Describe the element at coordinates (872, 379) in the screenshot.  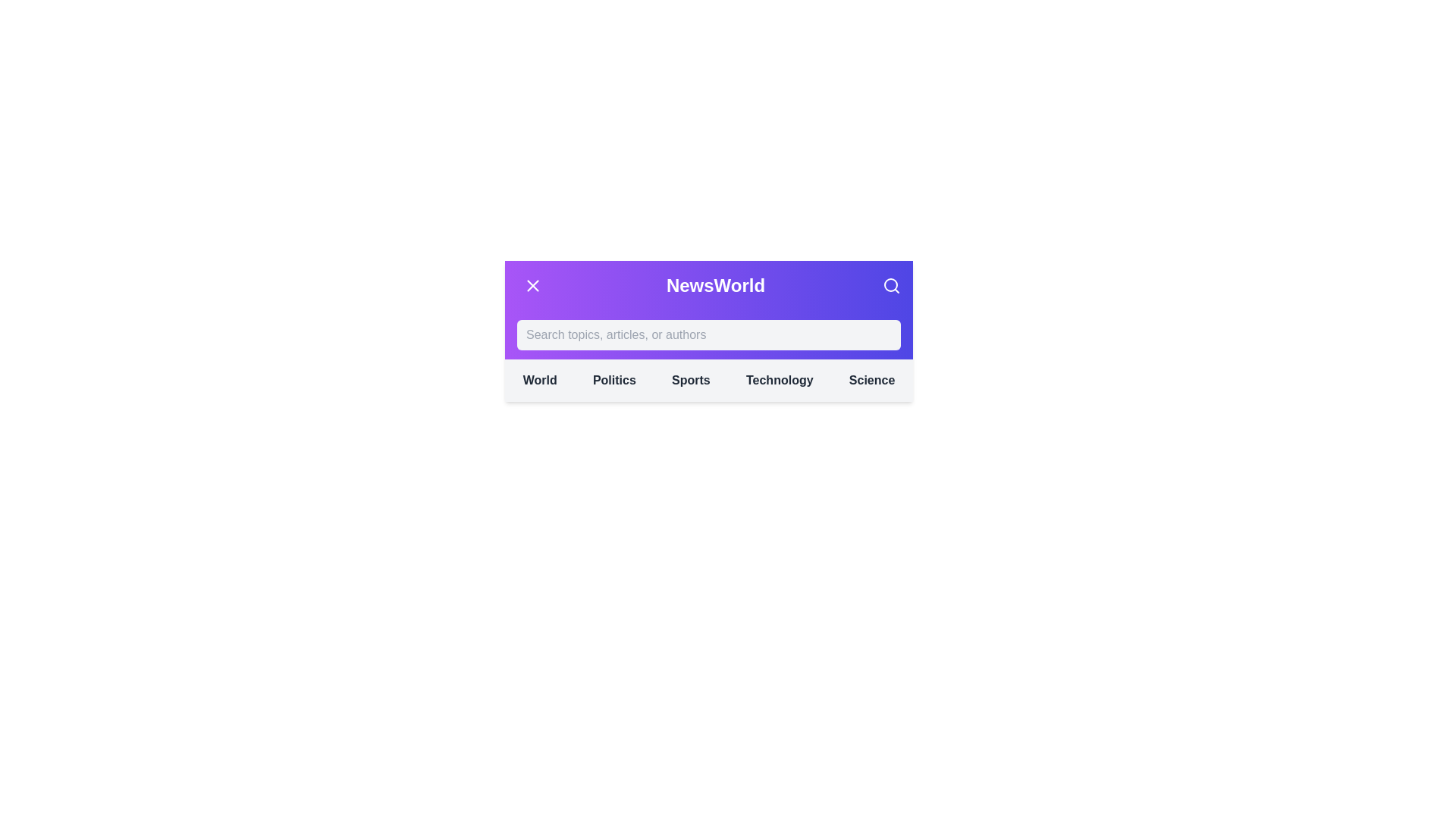
I see `the category Science from the navigation menu` at that location.